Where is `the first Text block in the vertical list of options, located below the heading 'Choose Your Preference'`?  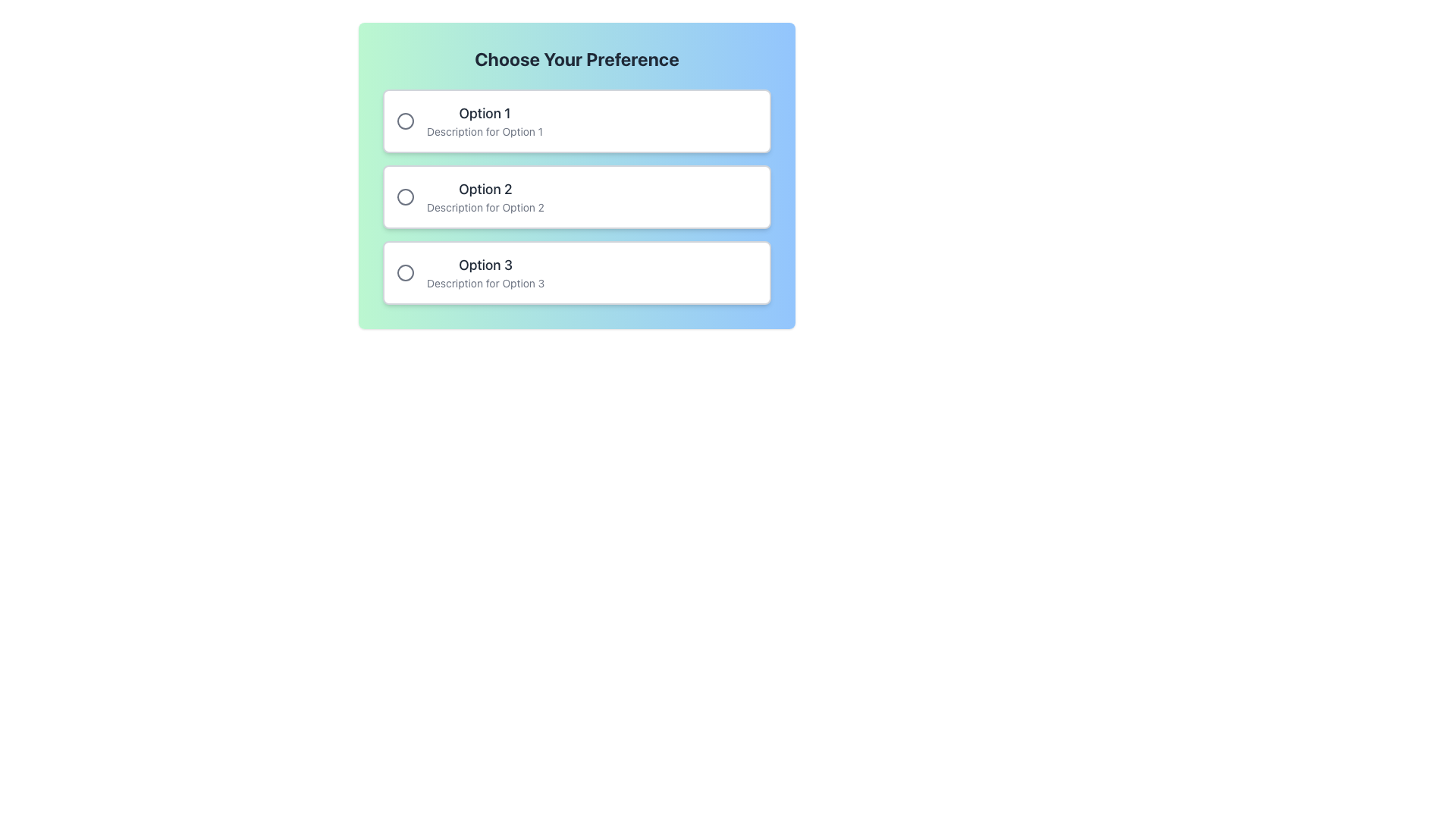
the first Text block in the vertical list of options, located below the heading 'Choose Your Preference' is located at coordinates (484, 120).